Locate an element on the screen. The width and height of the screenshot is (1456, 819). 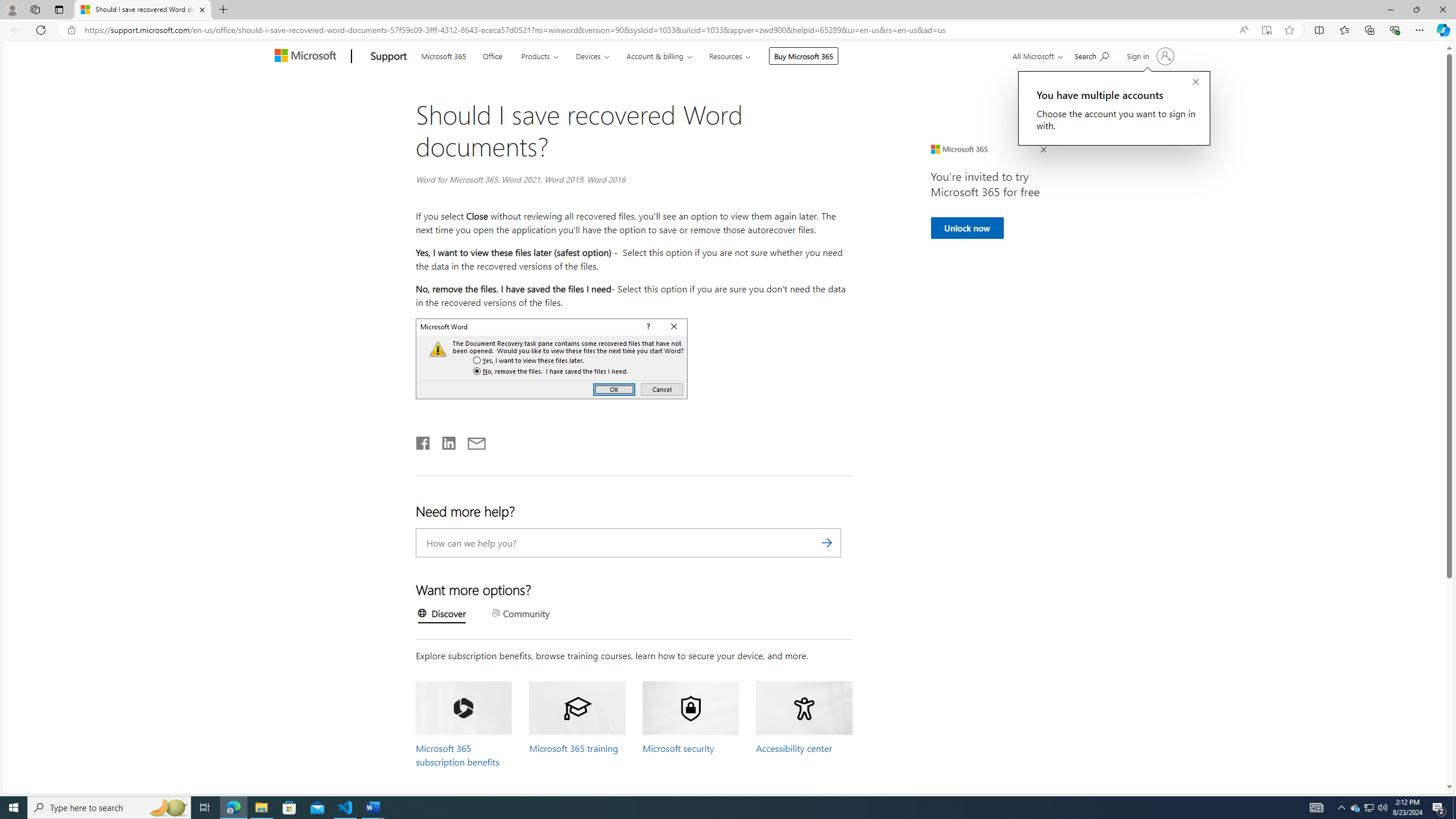
'Enter Immersive Reader (F9)' is located at coordinates (1266, 30).